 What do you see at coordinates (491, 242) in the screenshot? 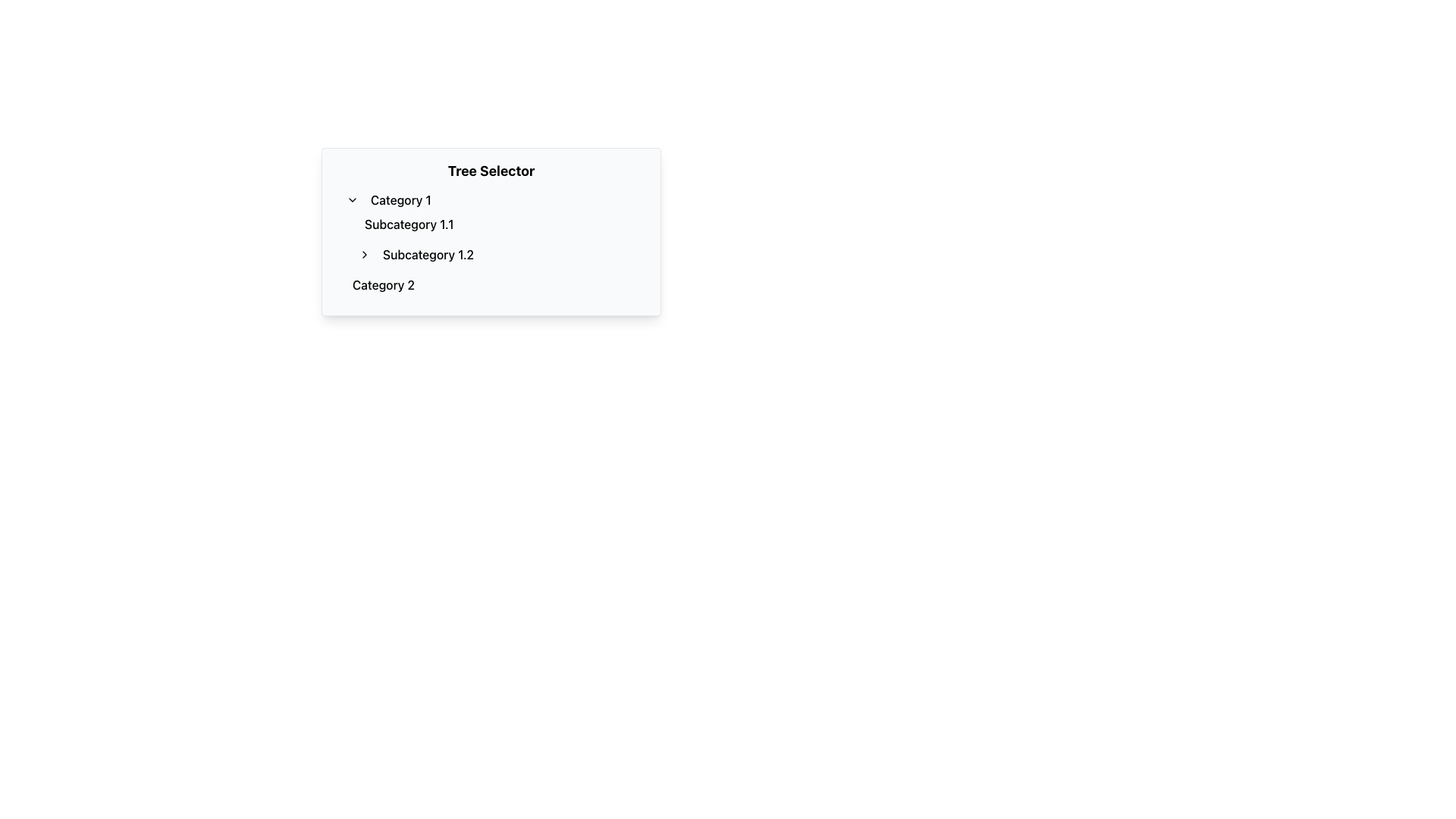
I see `the 'Category 1' or 'Subcategory 1.1' or 'Subcategory 1.2' from the Nested List displayed within the 'Tree Selector' component by clicking on its center point` at bounding box center [491, 242].